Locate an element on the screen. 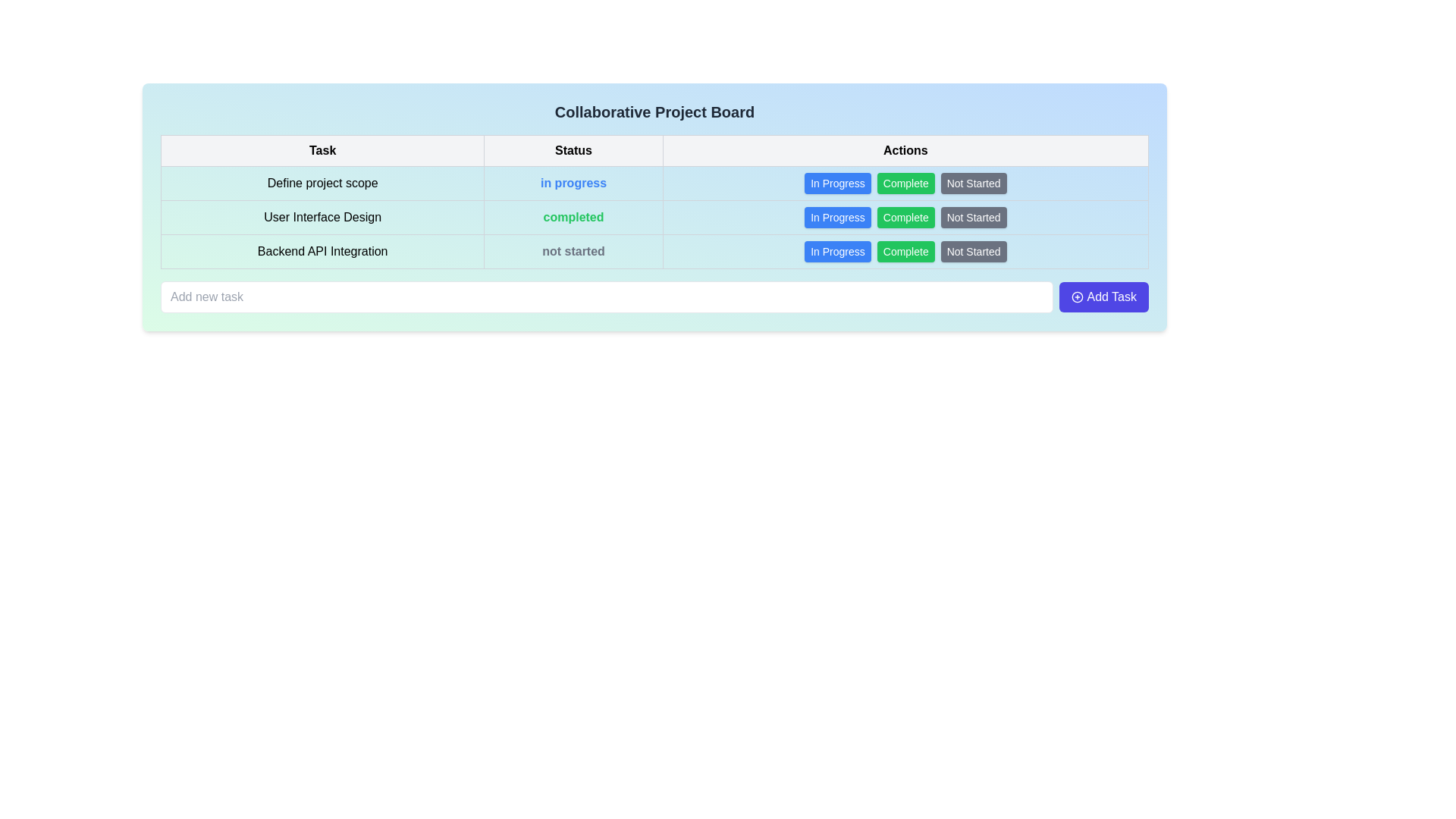 This screenshot has height=819, width=1456. the header text element located at the top of the interface, which serves as a title for the section above the task table is located at coordinates (654, 111).